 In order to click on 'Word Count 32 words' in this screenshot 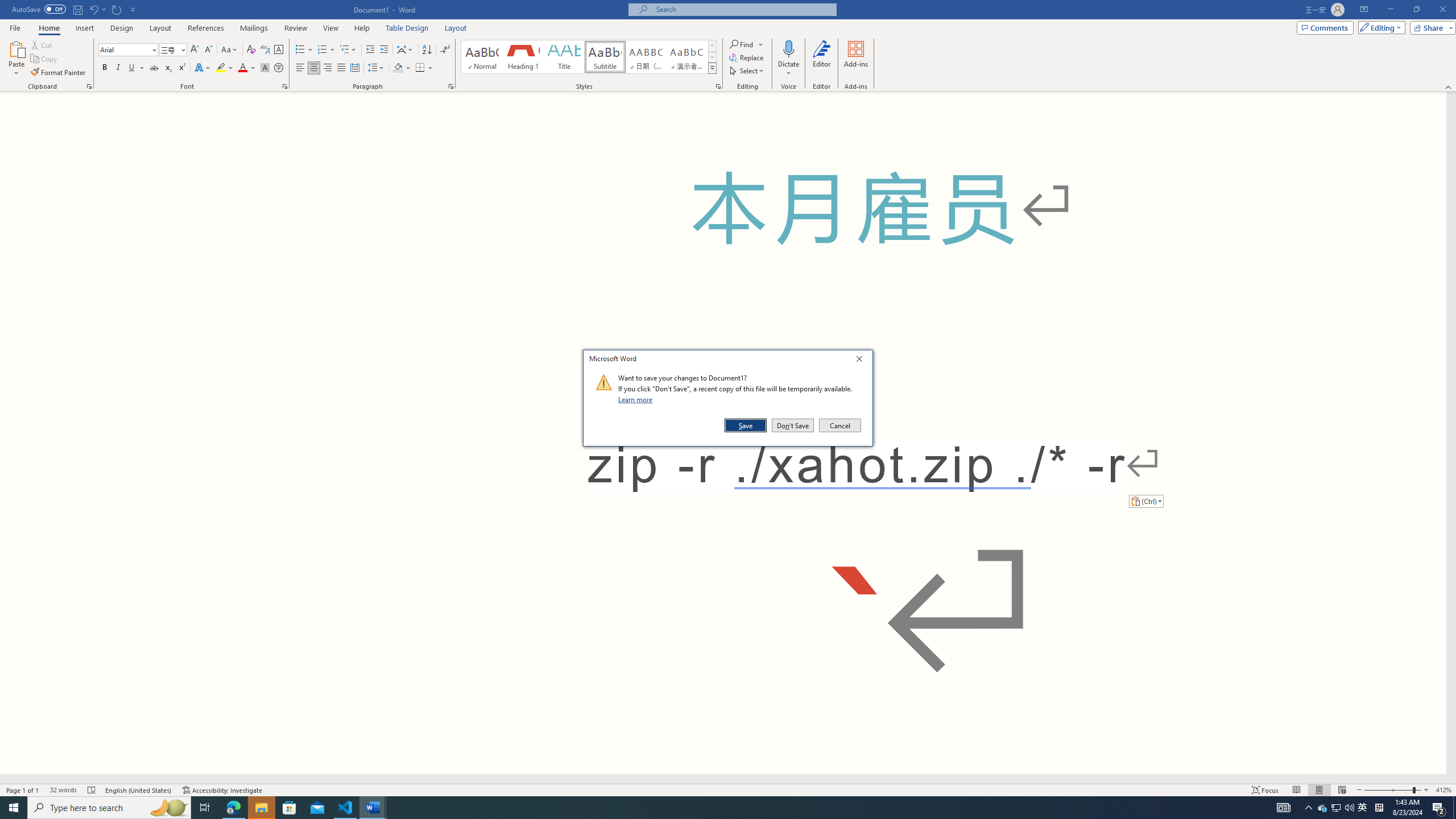, I will do `click(63, 790)`.